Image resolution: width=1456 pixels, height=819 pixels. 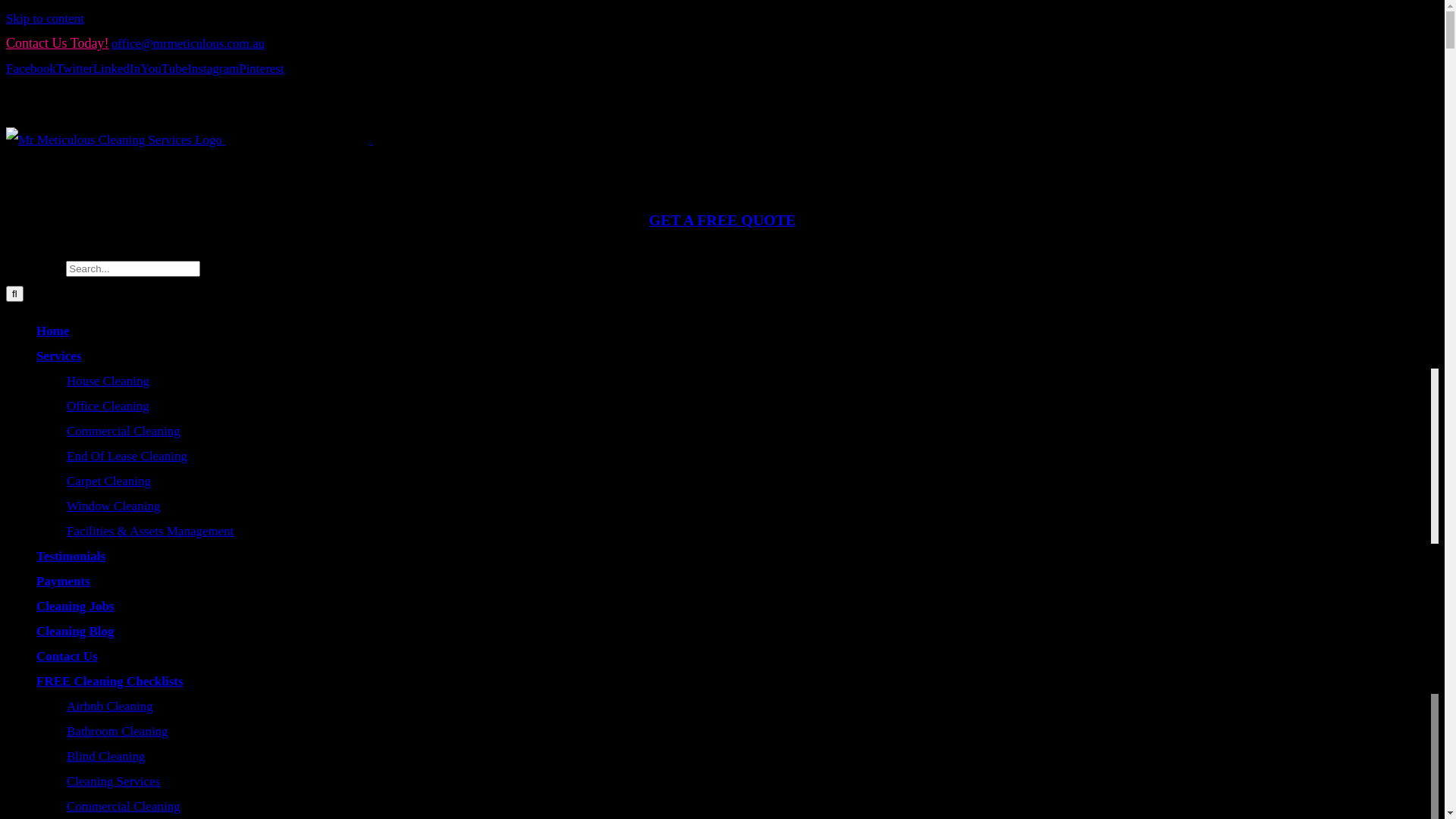 I want to click on 'Bathroom Cleaning', so click(x=116, y=730).